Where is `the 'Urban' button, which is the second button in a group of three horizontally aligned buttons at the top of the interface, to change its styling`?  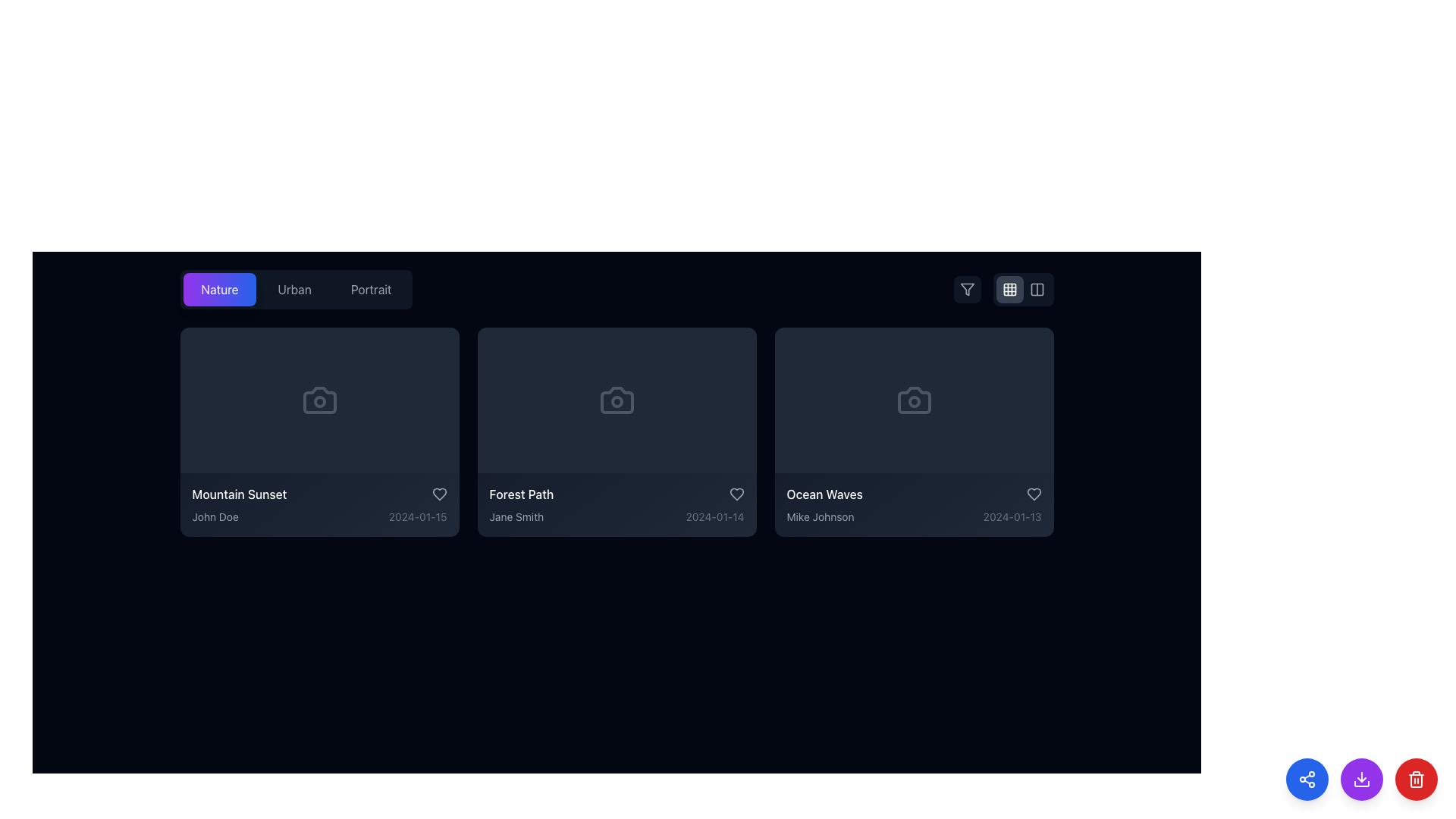
the 'Urban' button, which is the second button in a group of three horizontally aligned buttons at the top of the interface, to change its styling is located at coordinates (294, 289).